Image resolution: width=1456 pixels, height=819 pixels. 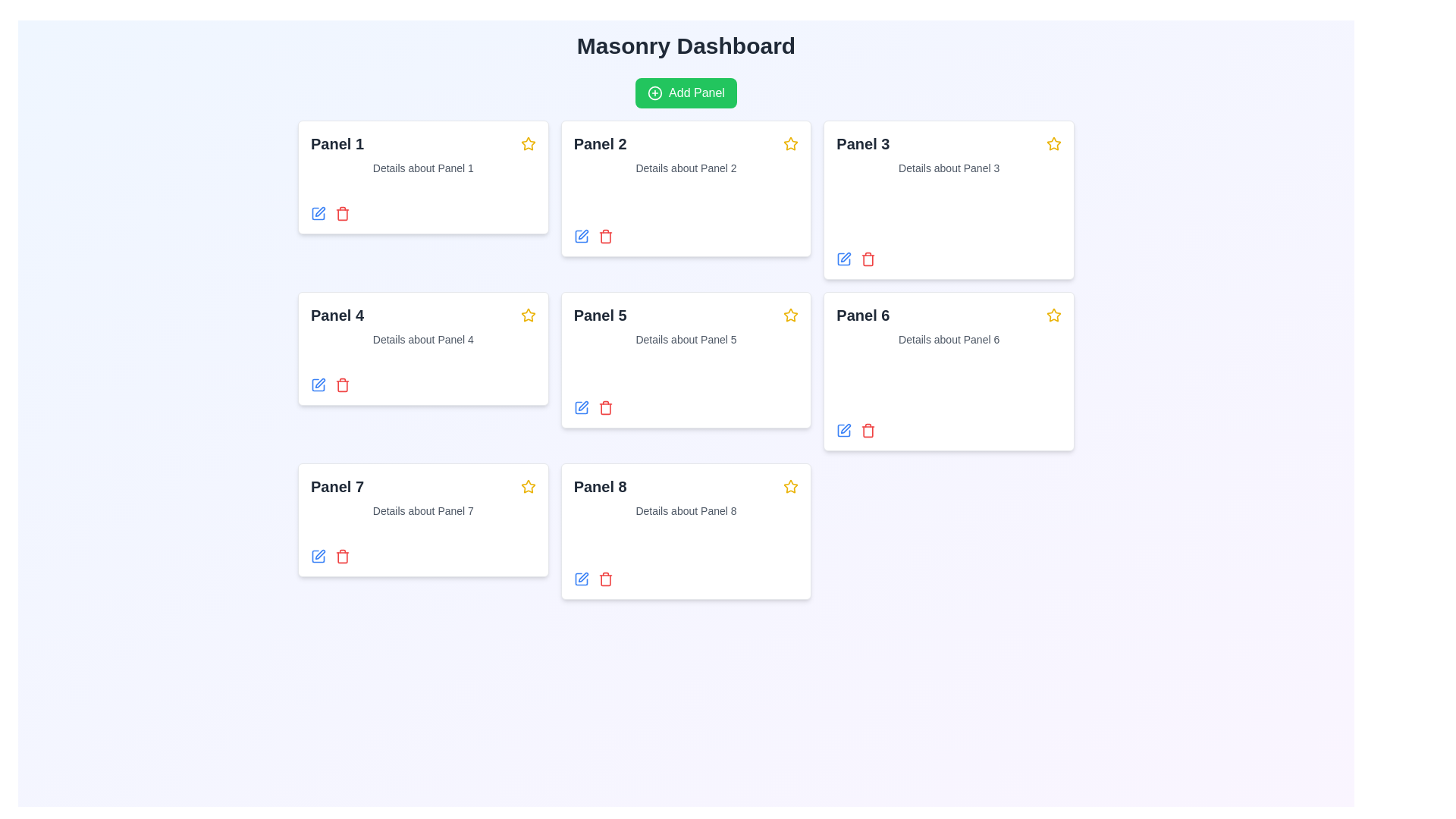 I want to click on the edit button located at the bottom-left corner of 'Panel 7', next, so click(x=318, y=556).